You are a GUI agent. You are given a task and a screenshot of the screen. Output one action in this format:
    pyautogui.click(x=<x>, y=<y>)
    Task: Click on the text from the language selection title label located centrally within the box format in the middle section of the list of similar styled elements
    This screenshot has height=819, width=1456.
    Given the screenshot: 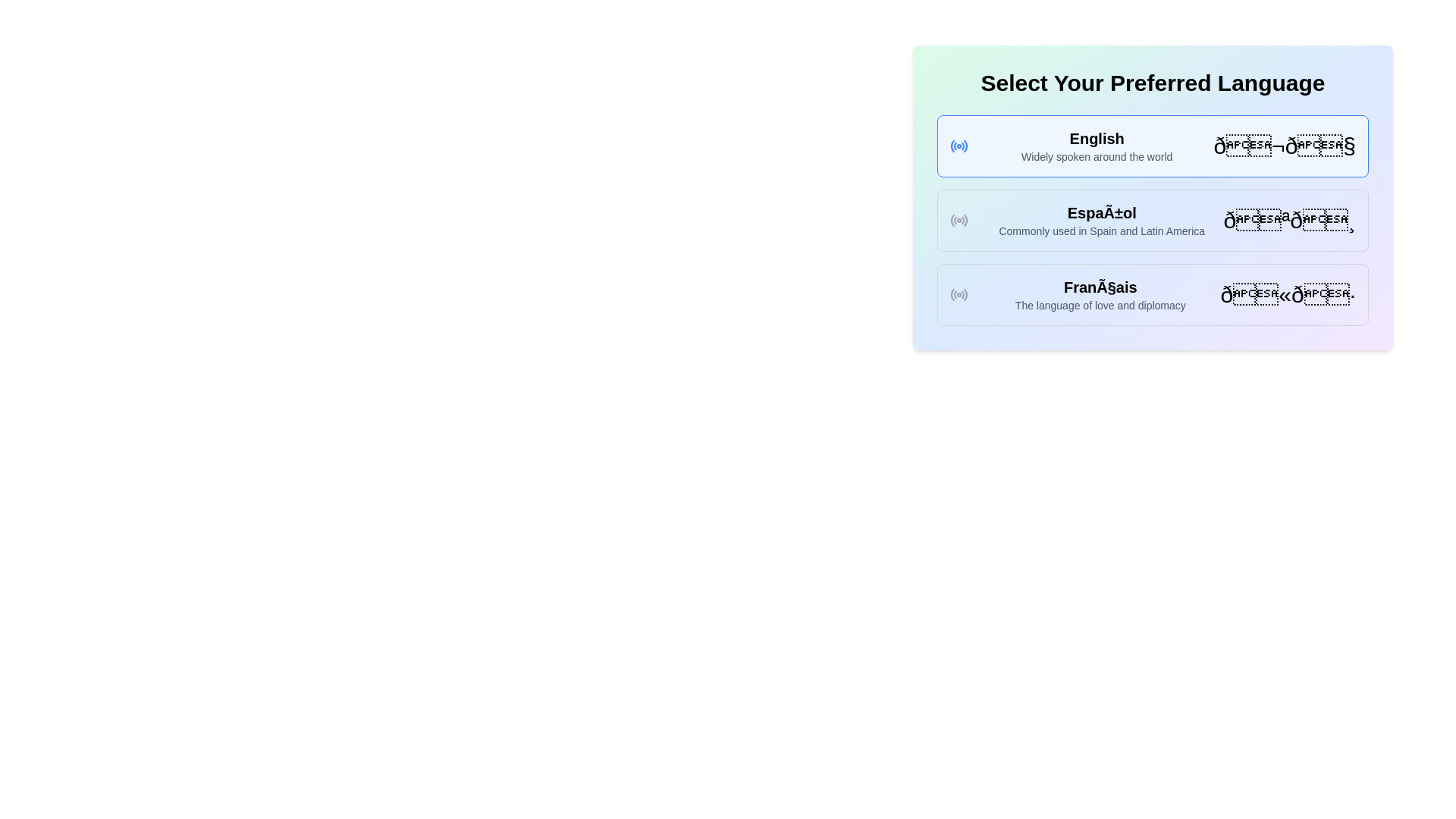 What is the action you would take?
    pyautogui.click(x=1102, y=213)
    